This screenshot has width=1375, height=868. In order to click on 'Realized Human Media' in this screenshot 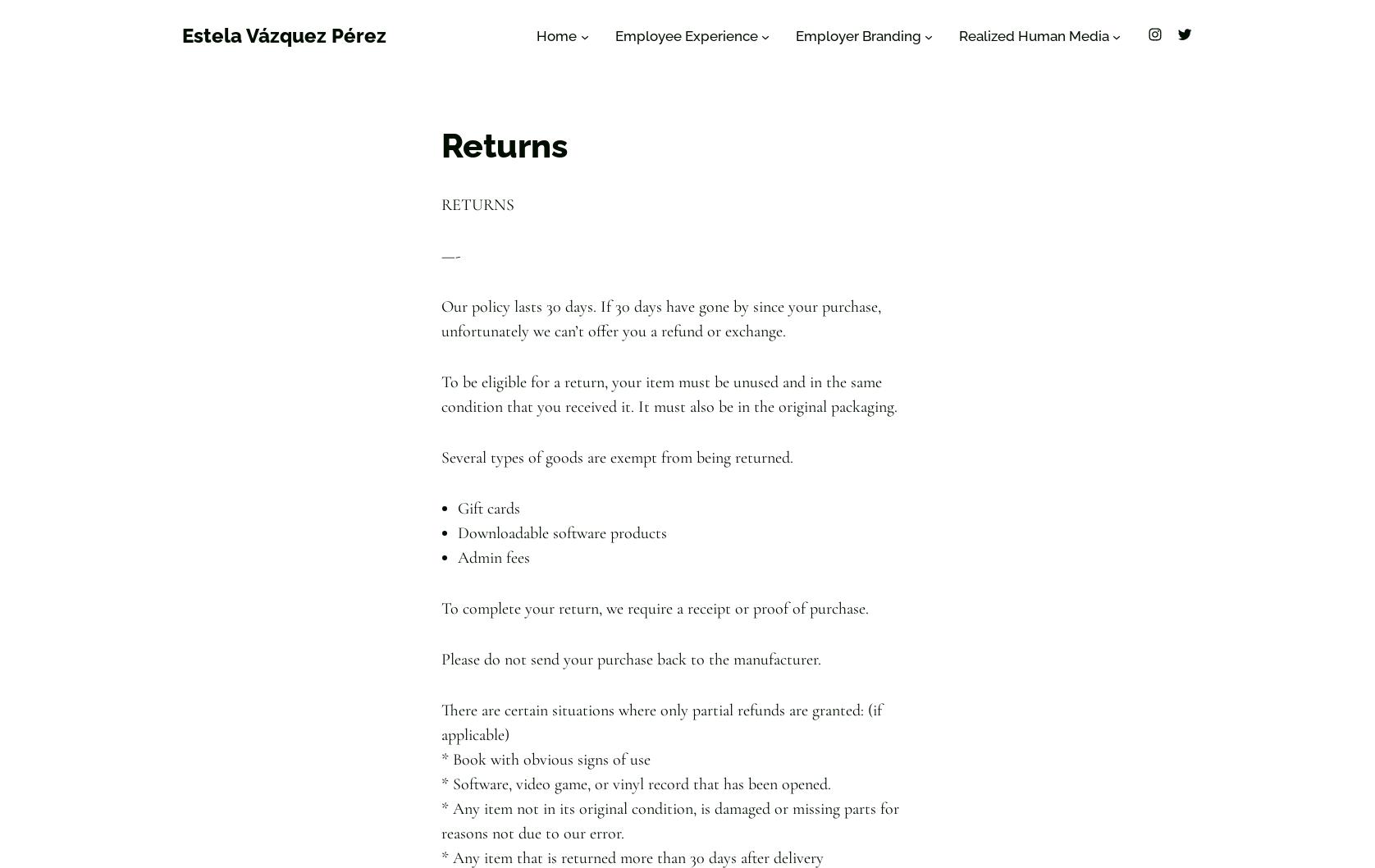, I will do `click(1033, 36)`.